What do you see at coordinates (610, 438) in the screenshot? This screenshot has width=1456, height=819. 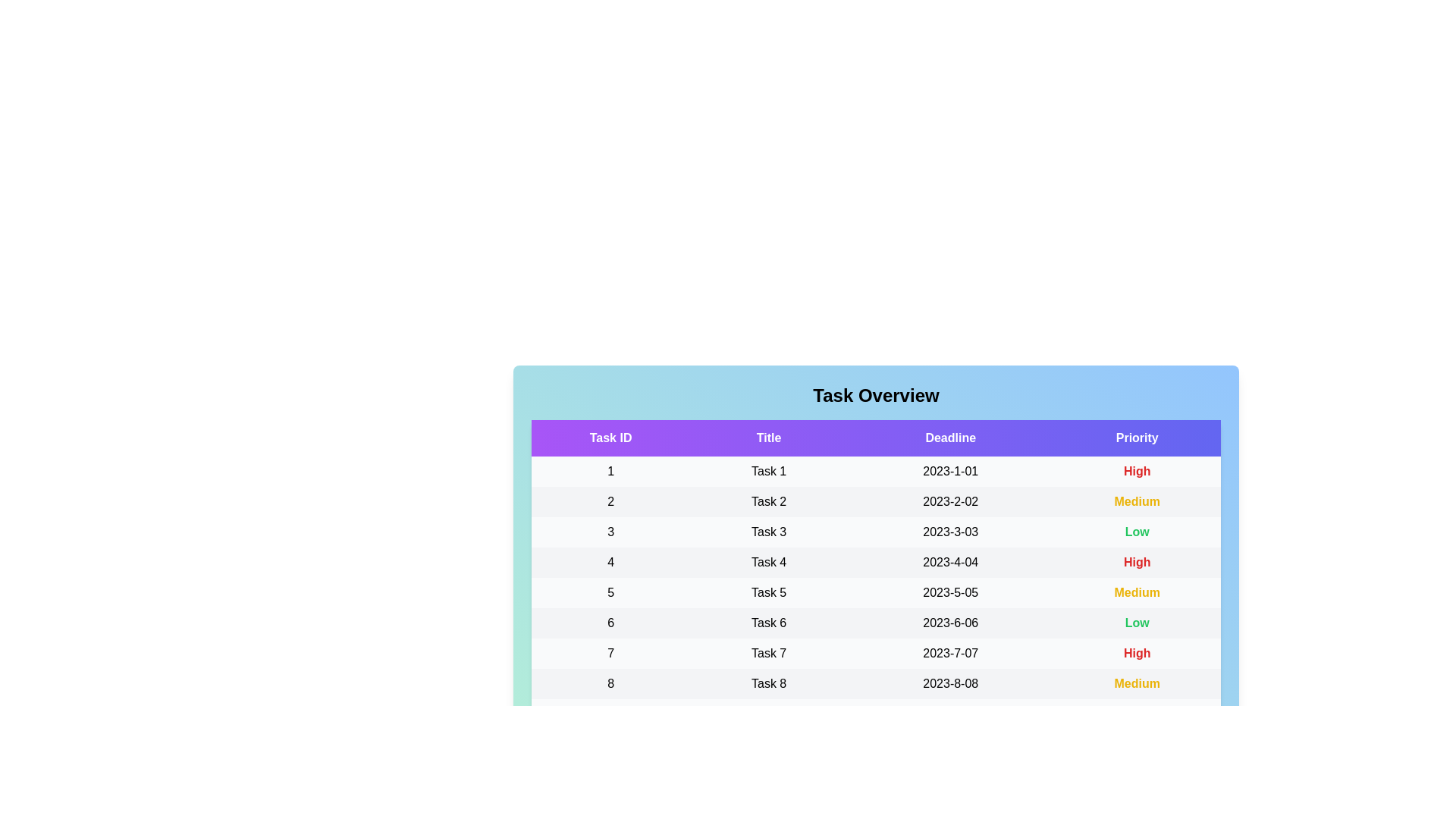 I see `the column header Task ID to sort the tasks by that column` at bounding box center [610, 438].